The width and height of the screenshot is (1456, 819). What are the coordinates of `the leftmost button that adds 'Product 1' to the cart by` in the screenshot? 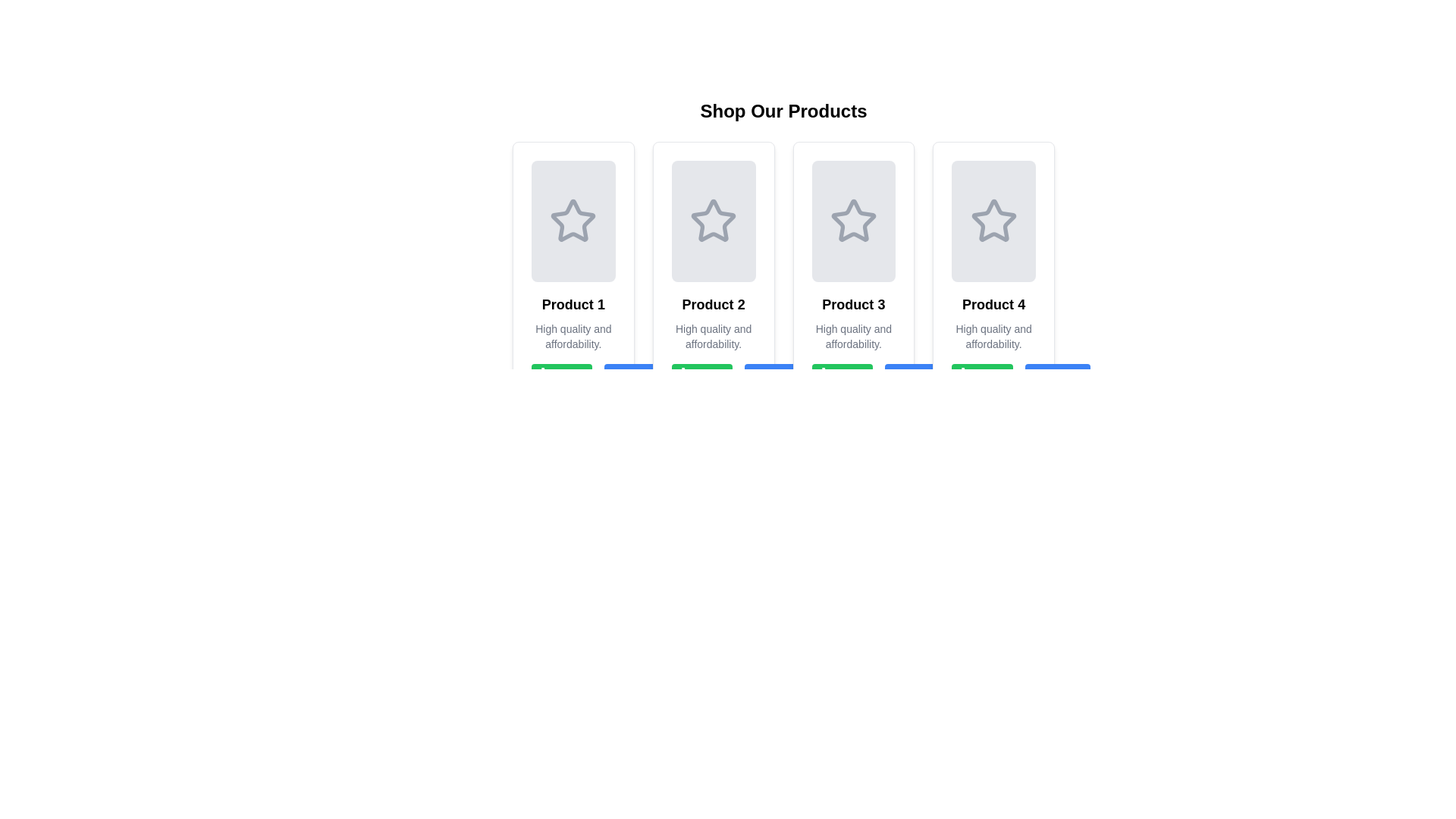 It's located at (561, 375).